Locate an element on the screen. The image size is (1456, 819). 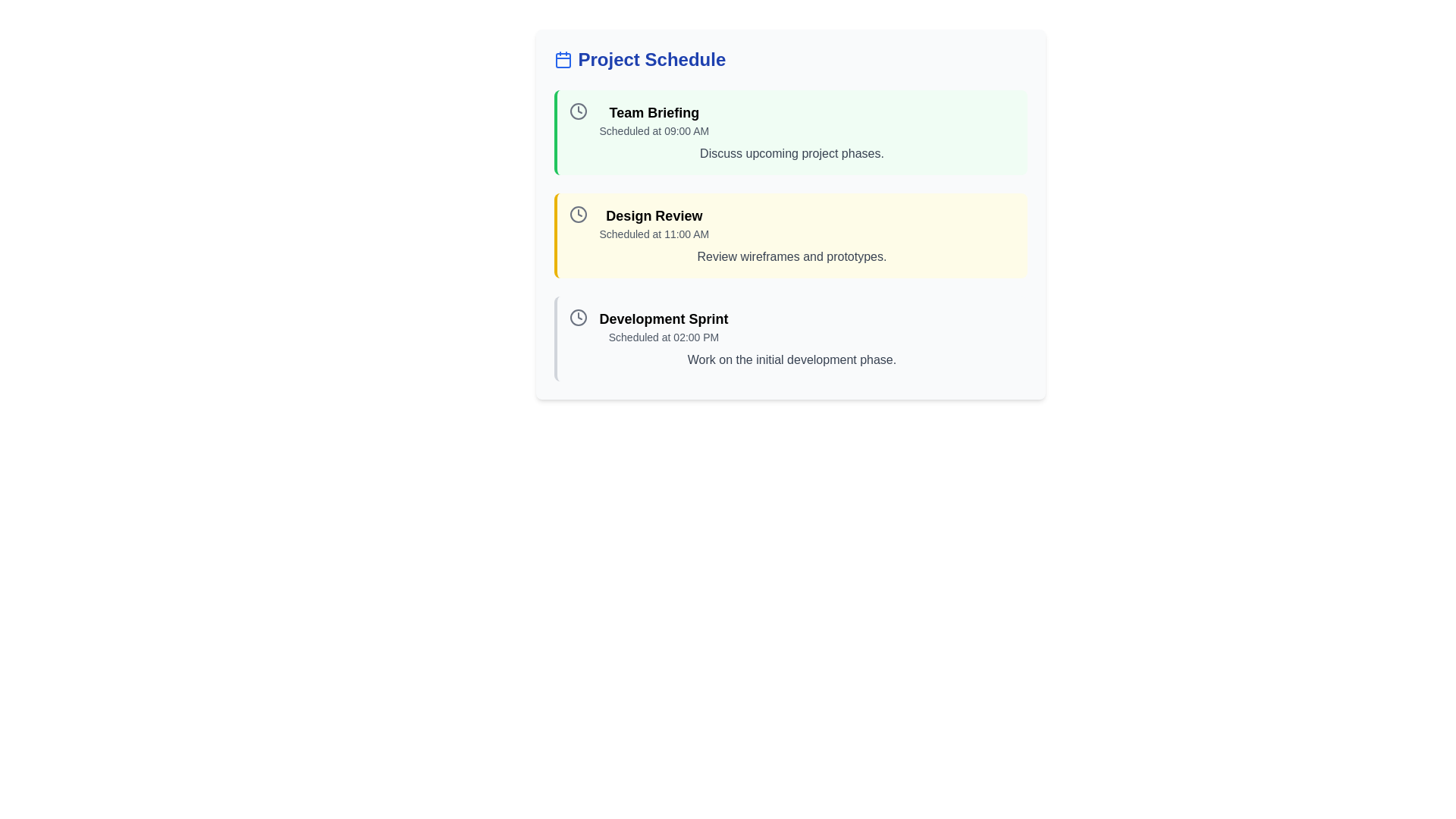
the third and last Informational Card in the vertical stack of event cards that displays scheduled event details is located at coordinates (789, 338).